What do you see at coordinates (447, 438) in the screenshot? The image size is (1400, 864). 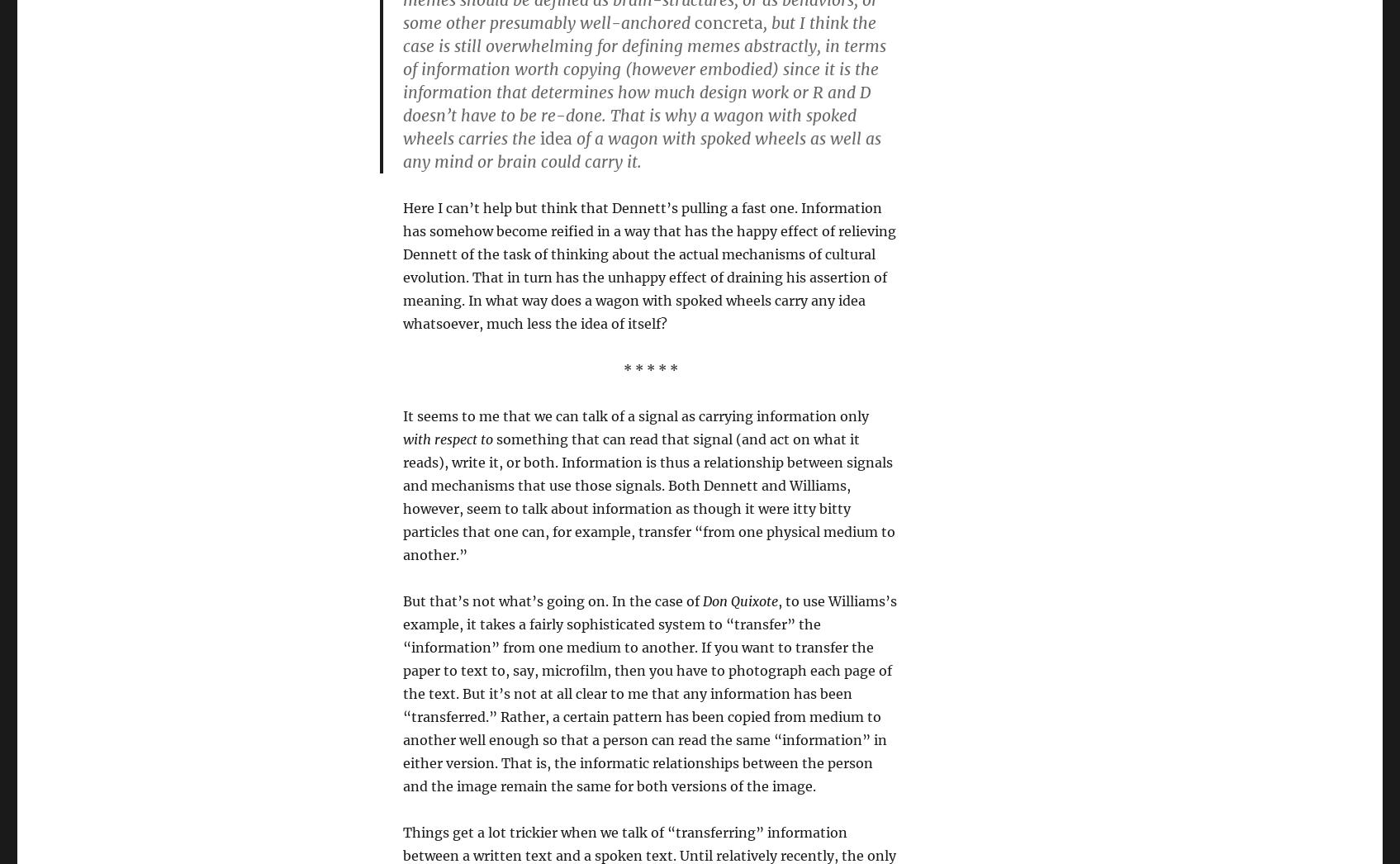 I see `'with respect to'` at bounding box center [447, 438].